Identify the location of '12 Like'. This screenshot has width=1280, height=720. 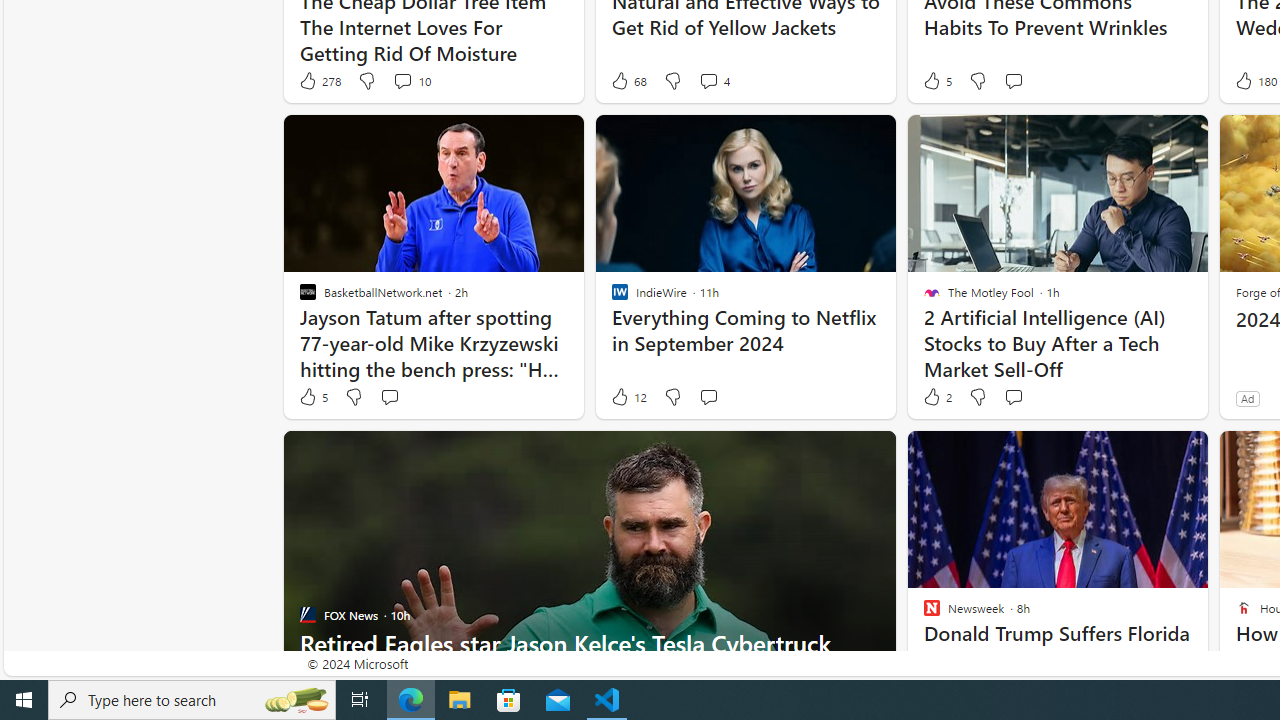
(627, 397).